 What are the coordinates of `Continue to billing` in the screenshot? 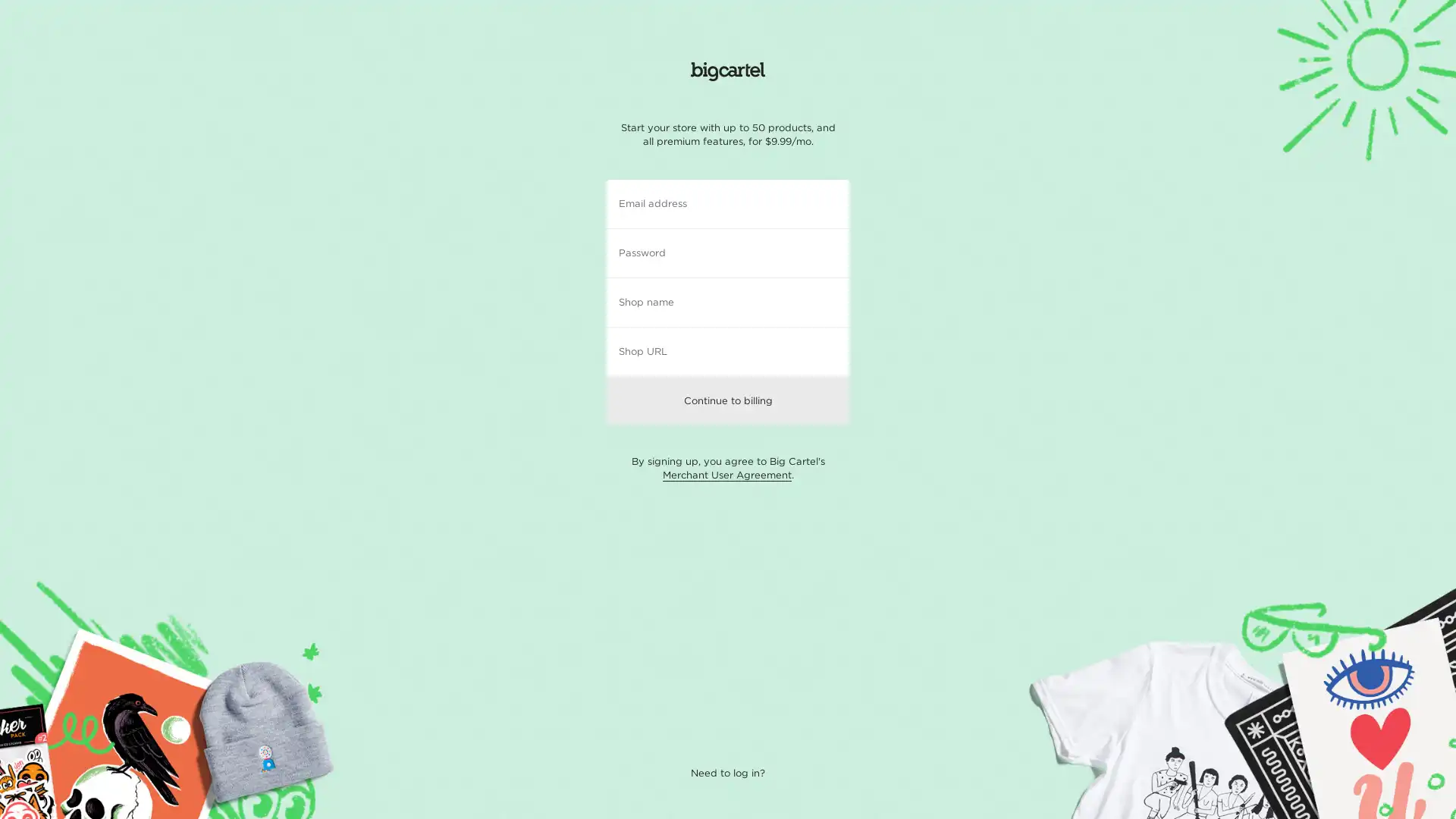 It's located at (728, 399).